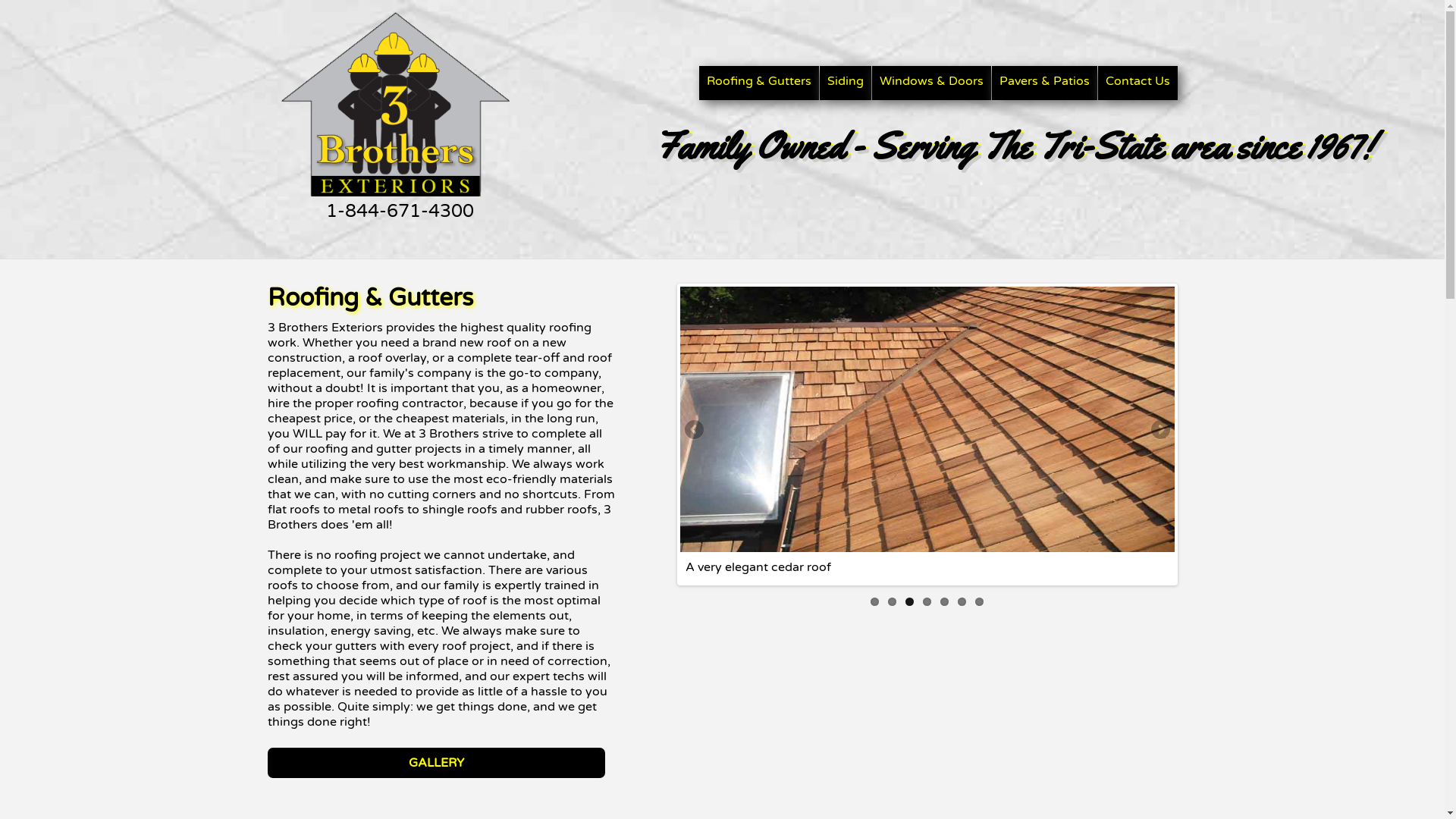  I want to click on 'Next', so click(1159, 430).